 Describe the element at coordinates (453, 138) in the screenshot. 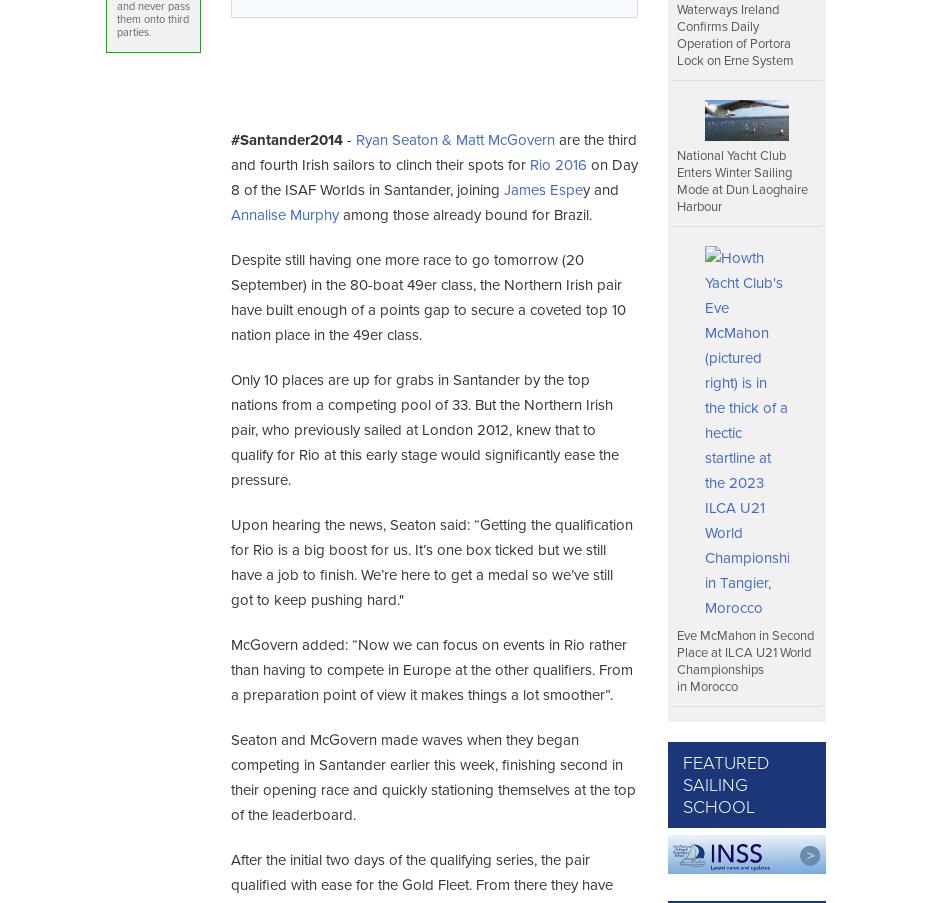

I see `'Ryan Seaton & Matt McGovern'` at that location.